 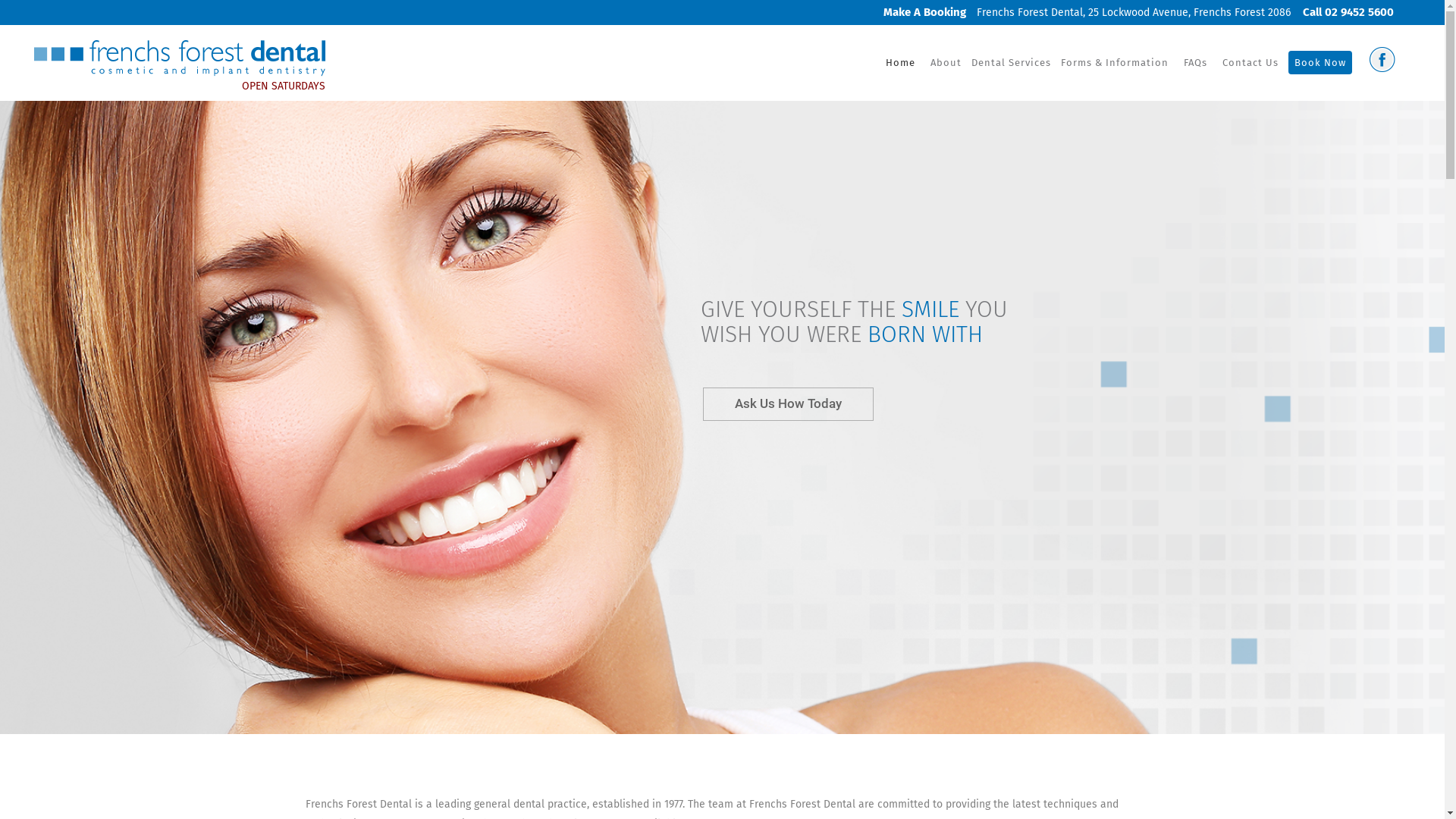 What do you see at coordinates (1114, 62) in the screenshot?
I see `'Forms & Information'` at bounding box center [1114, 62].